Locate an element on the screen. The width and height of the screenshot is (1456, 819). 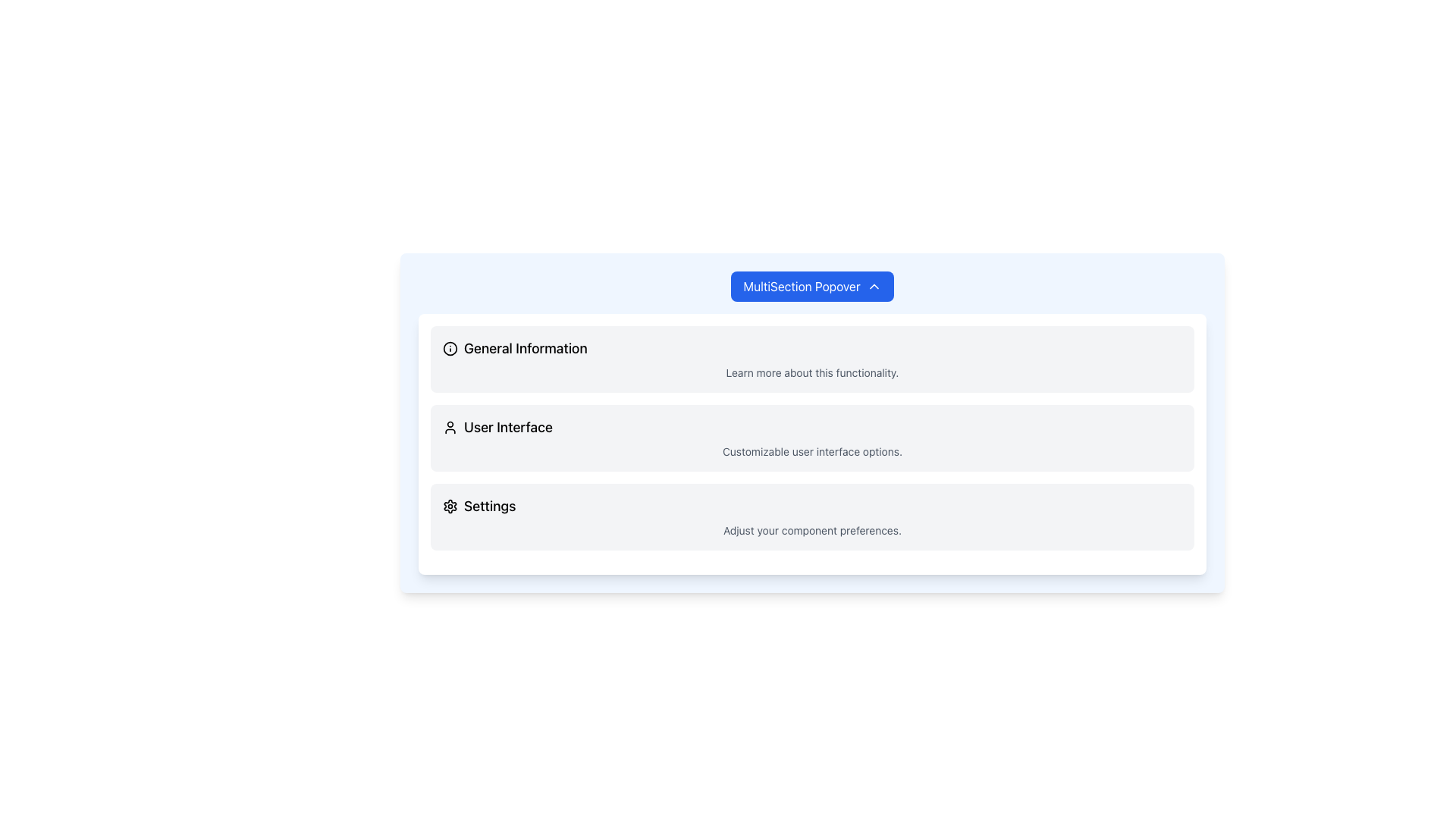
information displayed in the Informational Section titled 'User Interface', which includes the description 'Customizable user interface options.' is located at coordinates (811, 438).